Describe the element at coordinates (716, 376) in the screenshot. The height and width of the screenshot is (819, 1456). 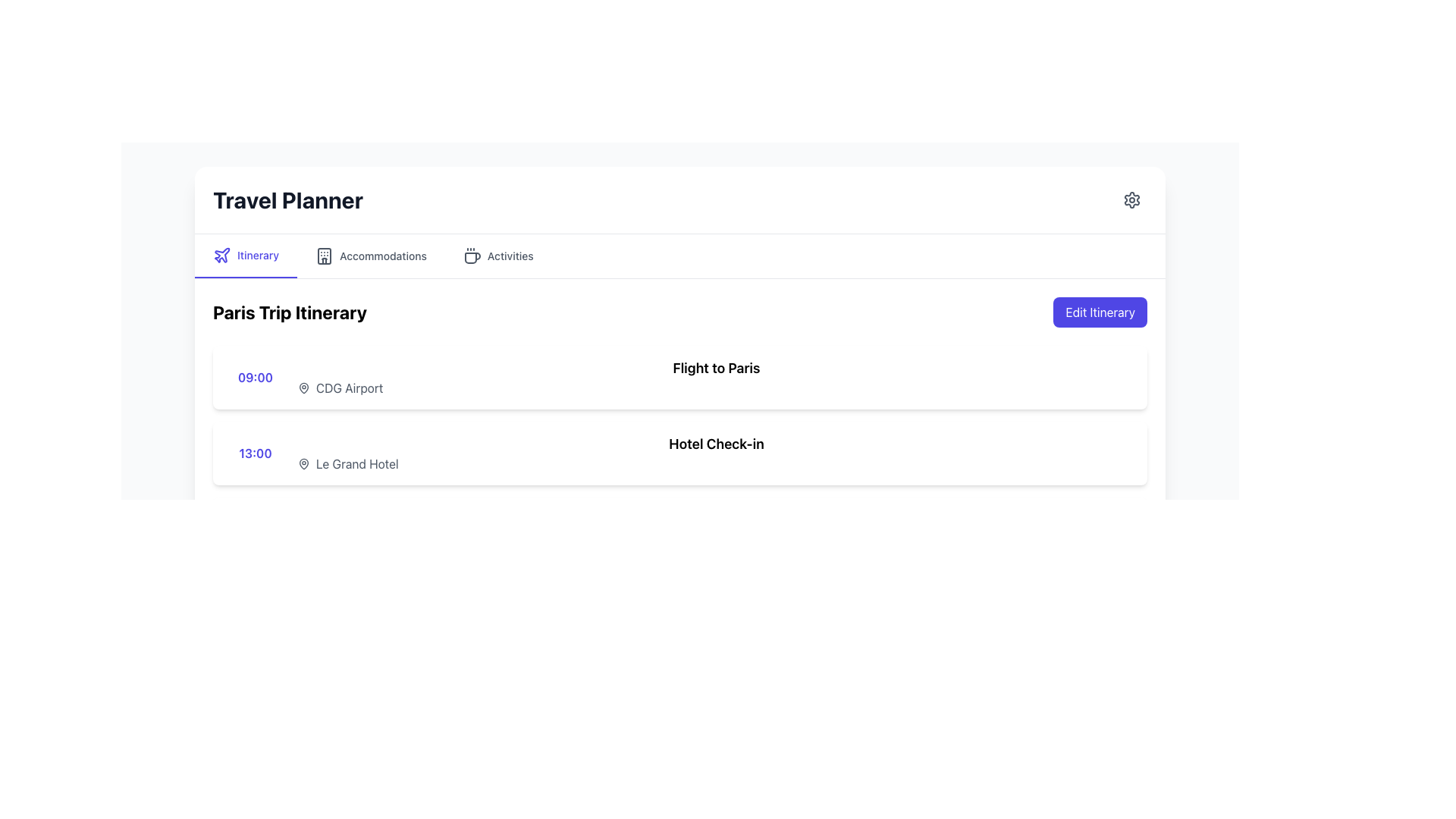
I see `the text label and icon associated with the scheduled flight to Paris (CDG Airport) located under 'Paris Trip Itinerary' and above 'Hotel Check-in'` at that location.